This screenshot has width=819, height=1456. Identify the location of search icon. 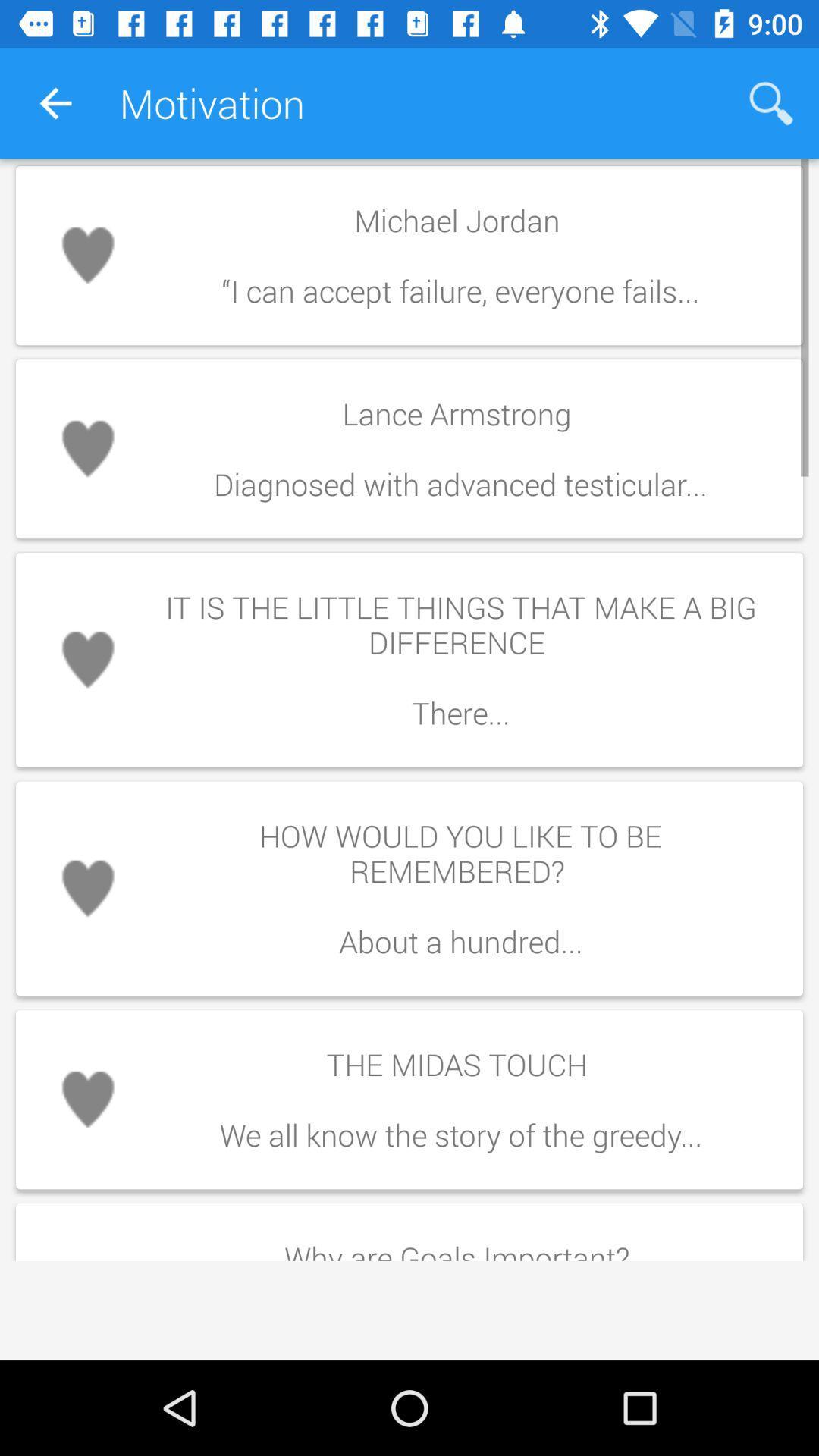
(771, 103).